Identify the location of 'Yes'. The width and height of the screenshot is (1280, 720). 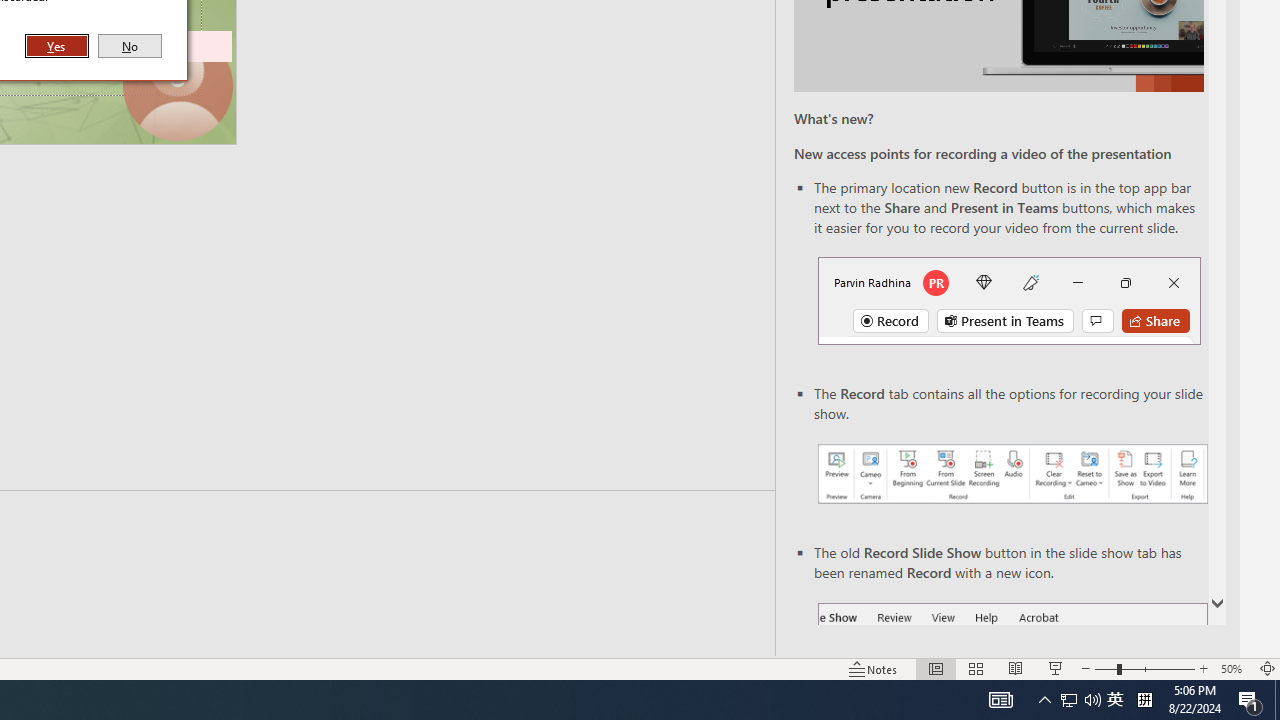
(57, 45).